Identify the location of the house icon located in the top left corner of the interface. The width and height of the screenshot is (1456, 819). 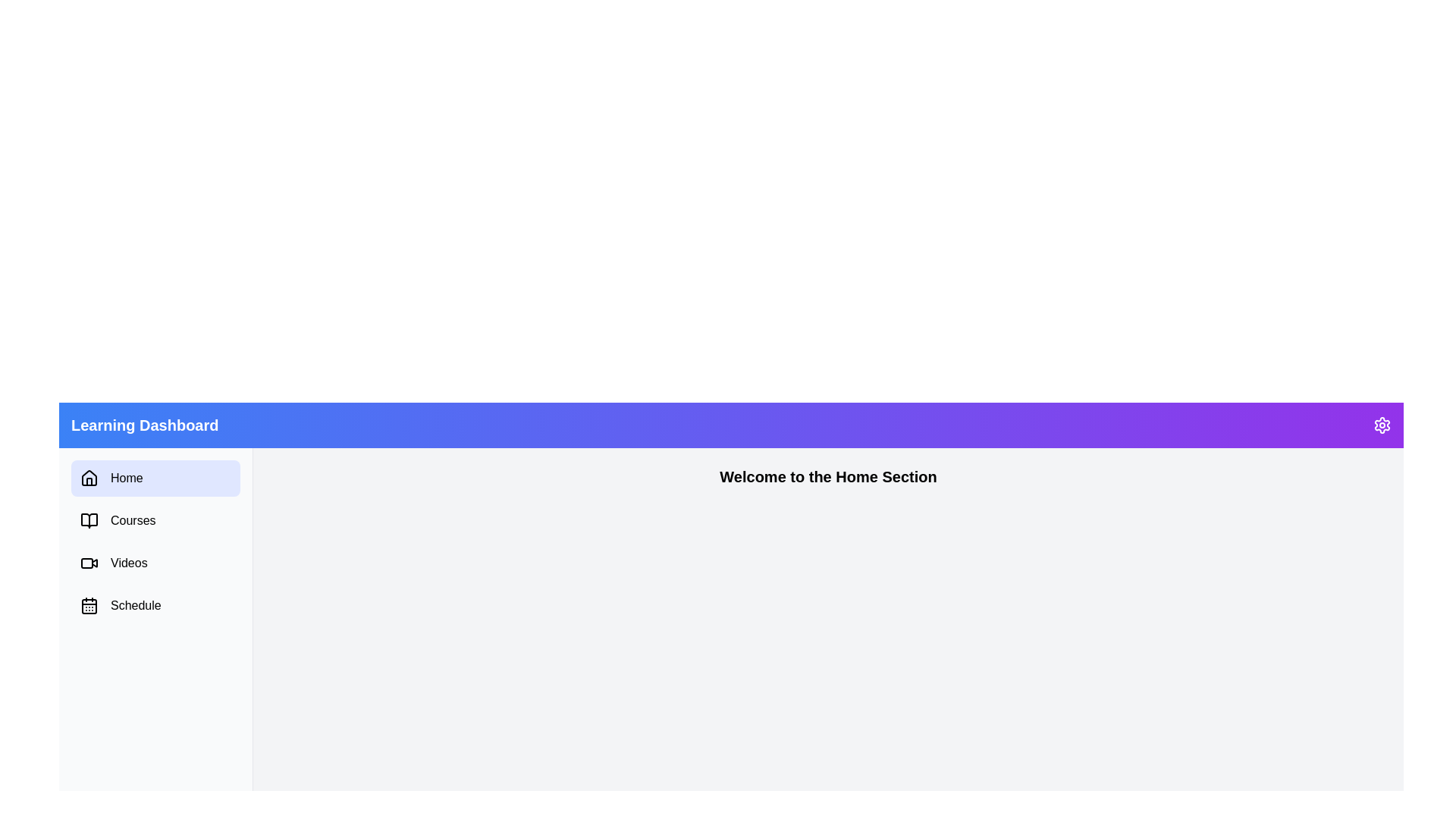
(89, 479).